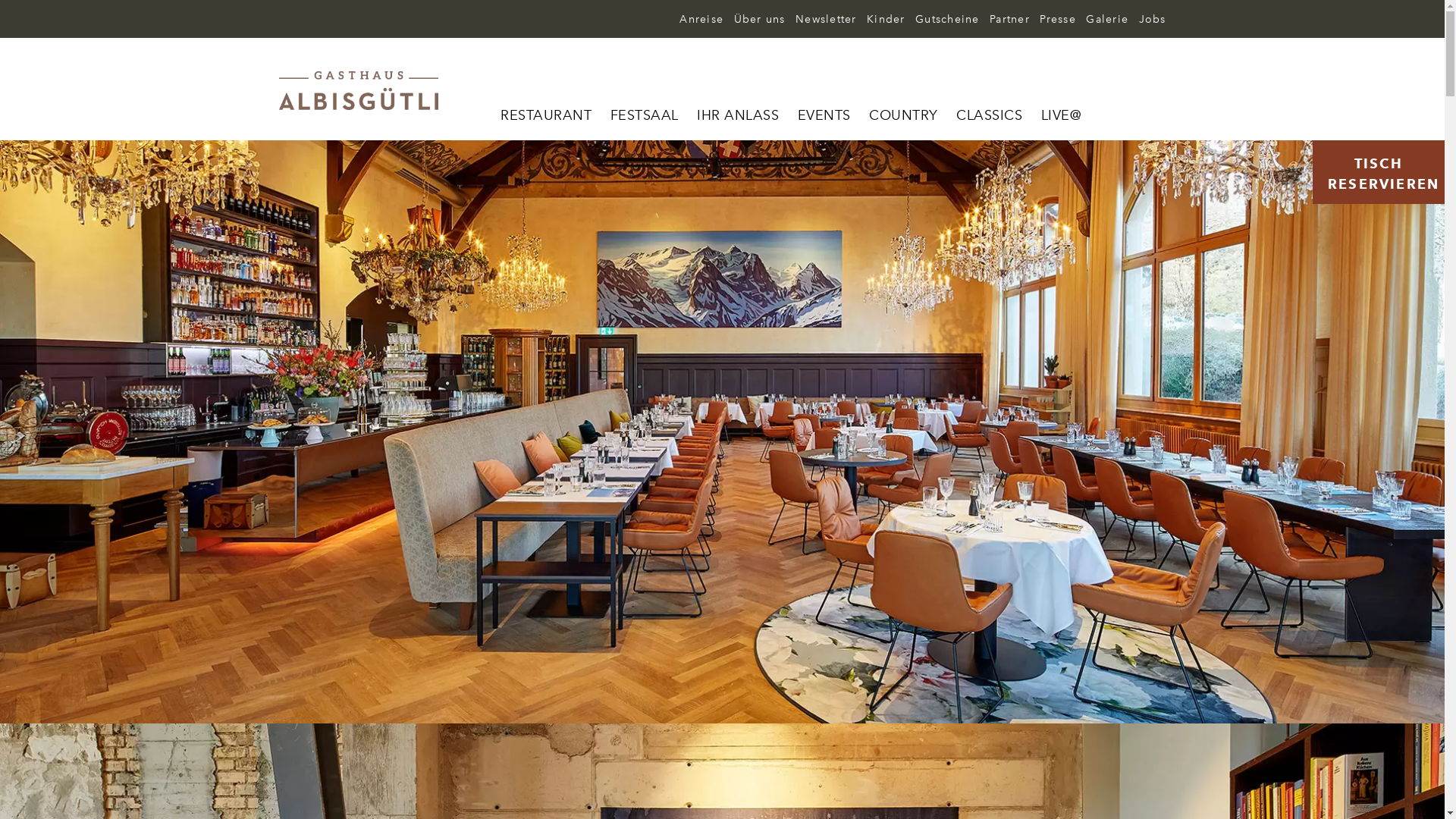 This screenshot has width=1456, height=819. I want to click on 'Gutscheine', so click(943, 20).